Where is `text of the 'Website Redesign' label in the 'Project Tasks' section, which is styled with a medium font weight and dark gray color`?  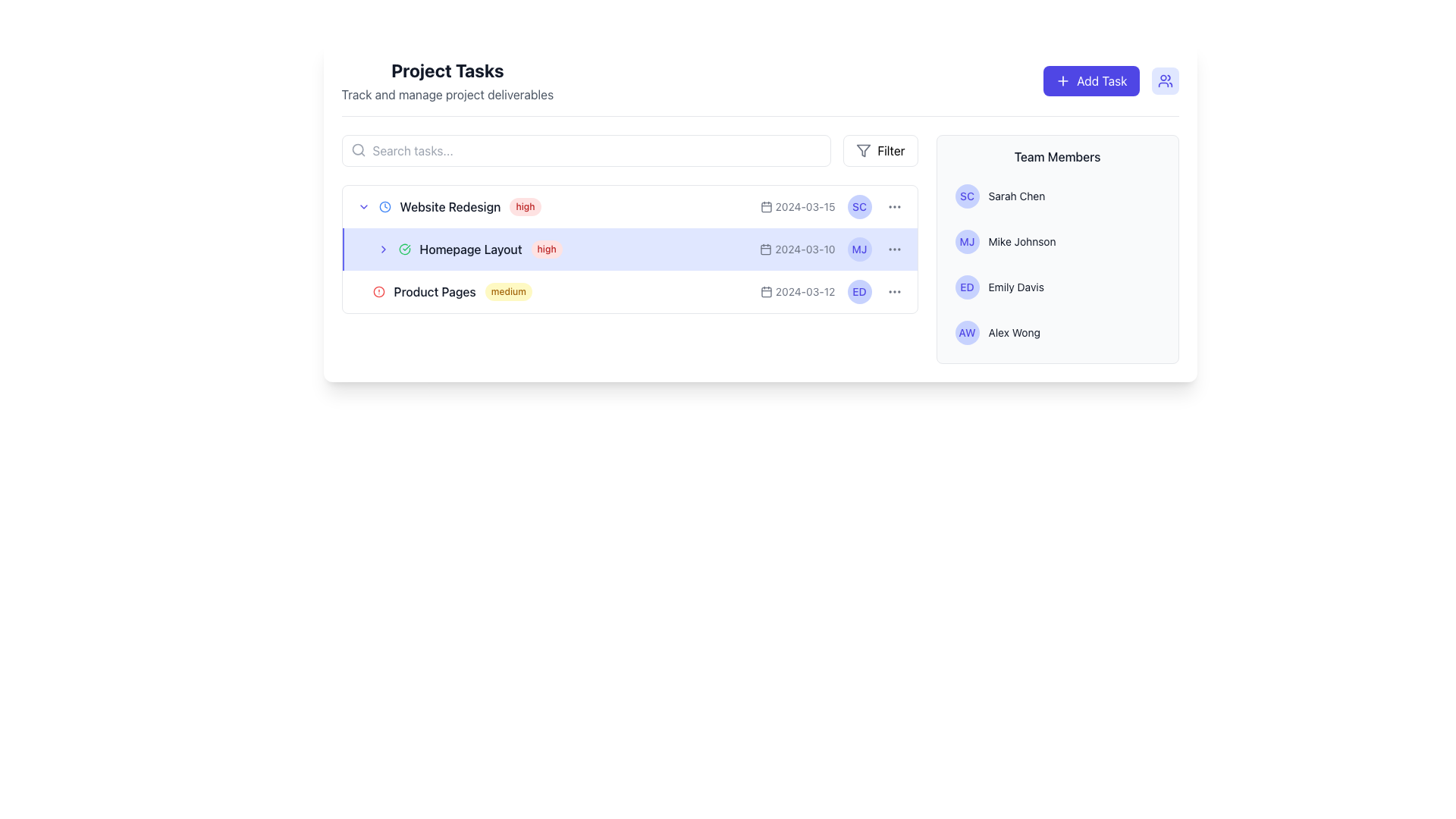
text of the 'Website Redesign' label in the 'Project Tasks' section, which is styled with a medium font weight and dark gray color is located at coordinates (450, 207).